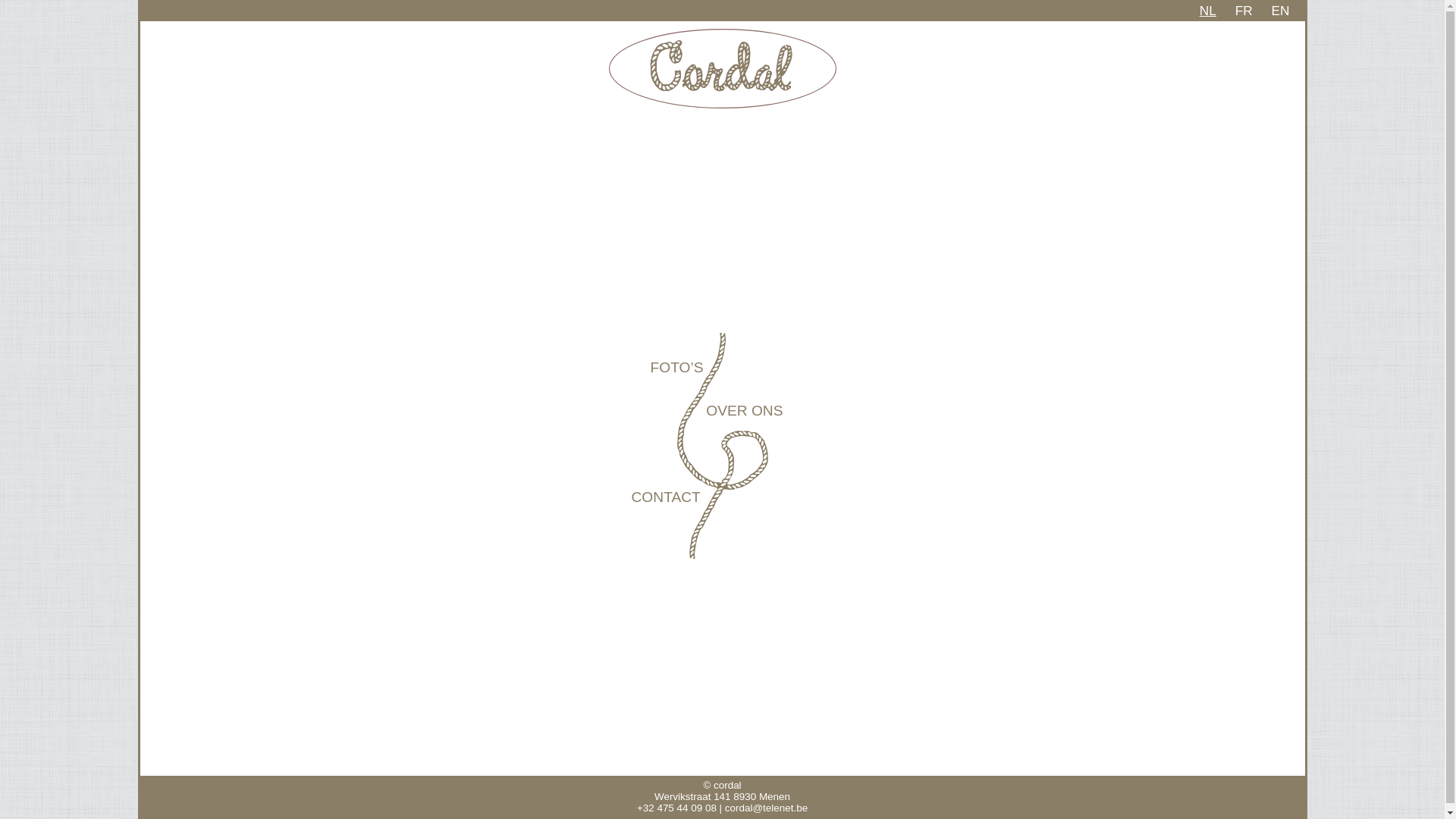  What do you see at coordinates (665, 497) in the screenshot?
I see `'CONTACT'` at bounding box center [665, 497].